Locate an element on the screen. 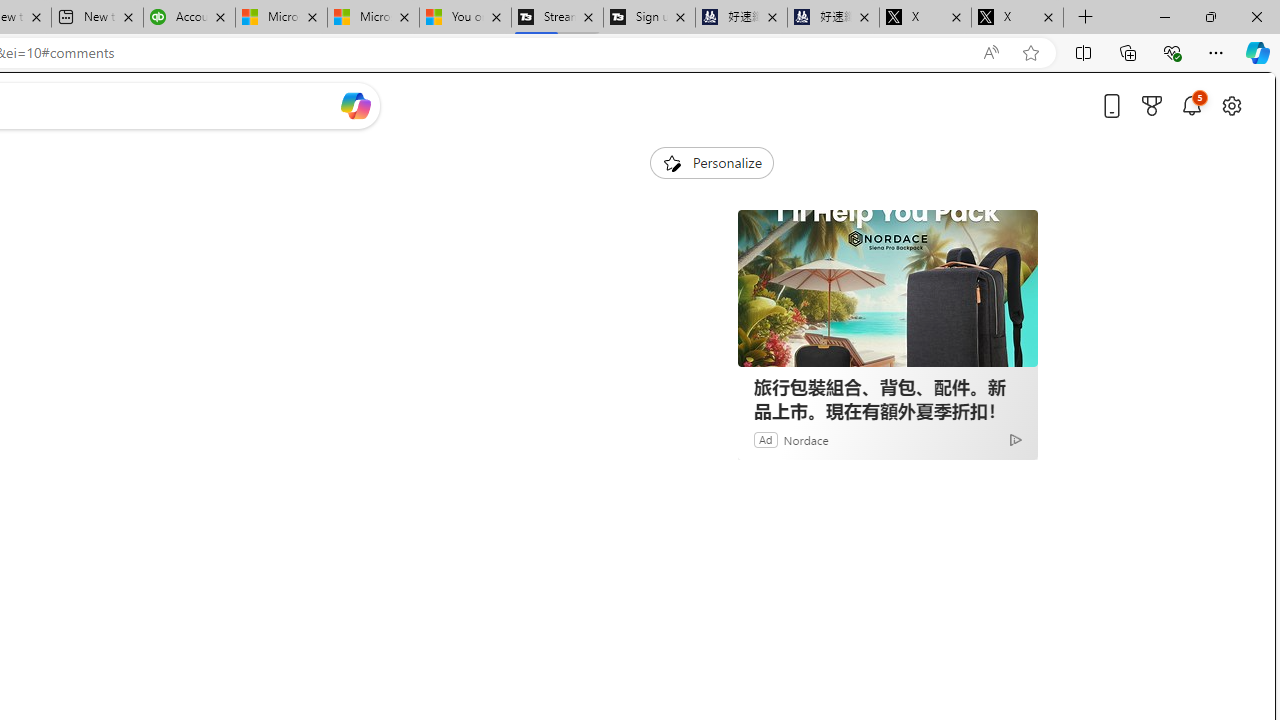 Image resolution: width=1280 pixels, height=720 pixels. 'Open Copilot' is located at coordinates (356, 105).